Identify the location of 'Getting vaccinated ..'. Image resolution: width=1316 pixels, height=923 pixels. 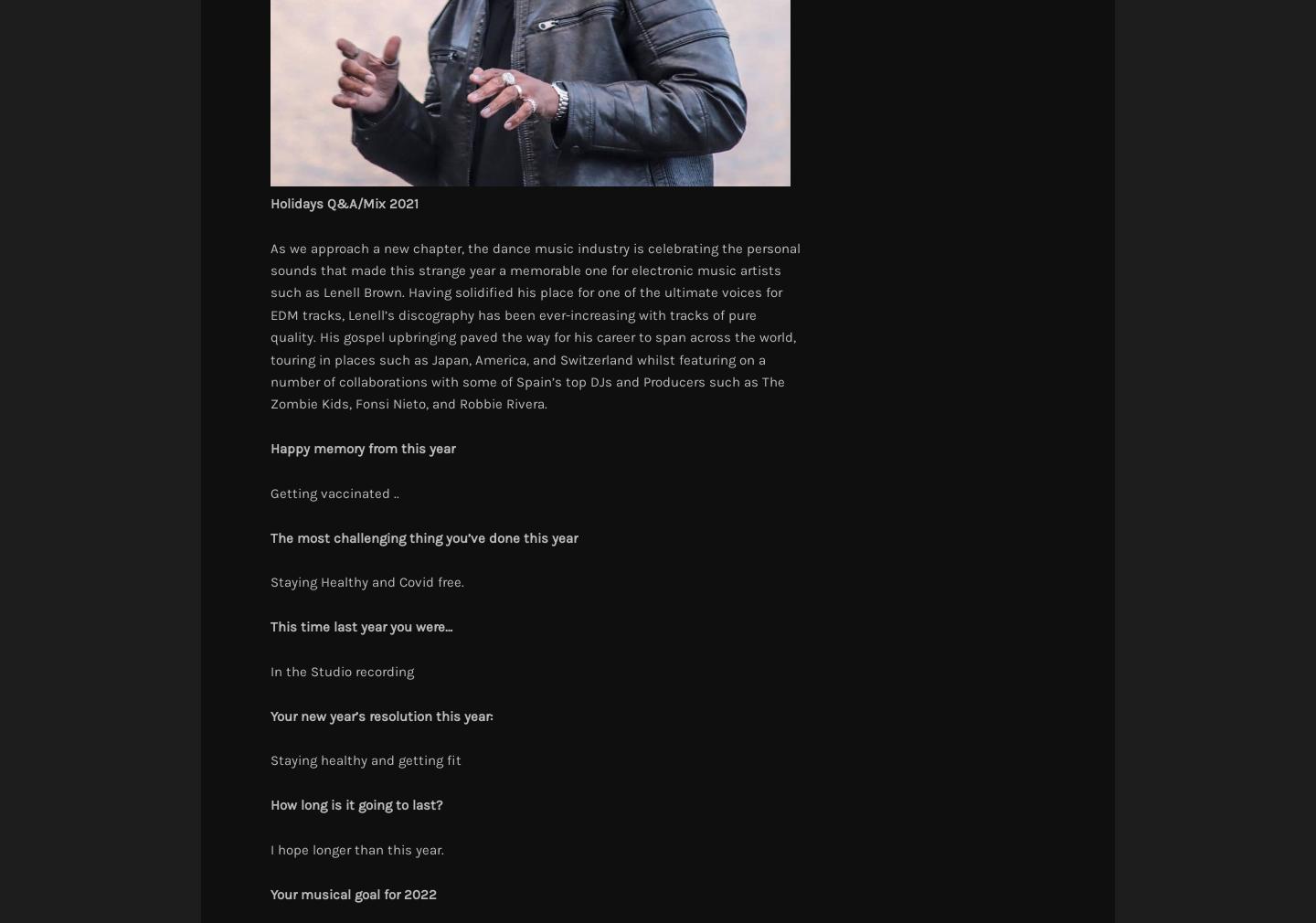
(334, 492).